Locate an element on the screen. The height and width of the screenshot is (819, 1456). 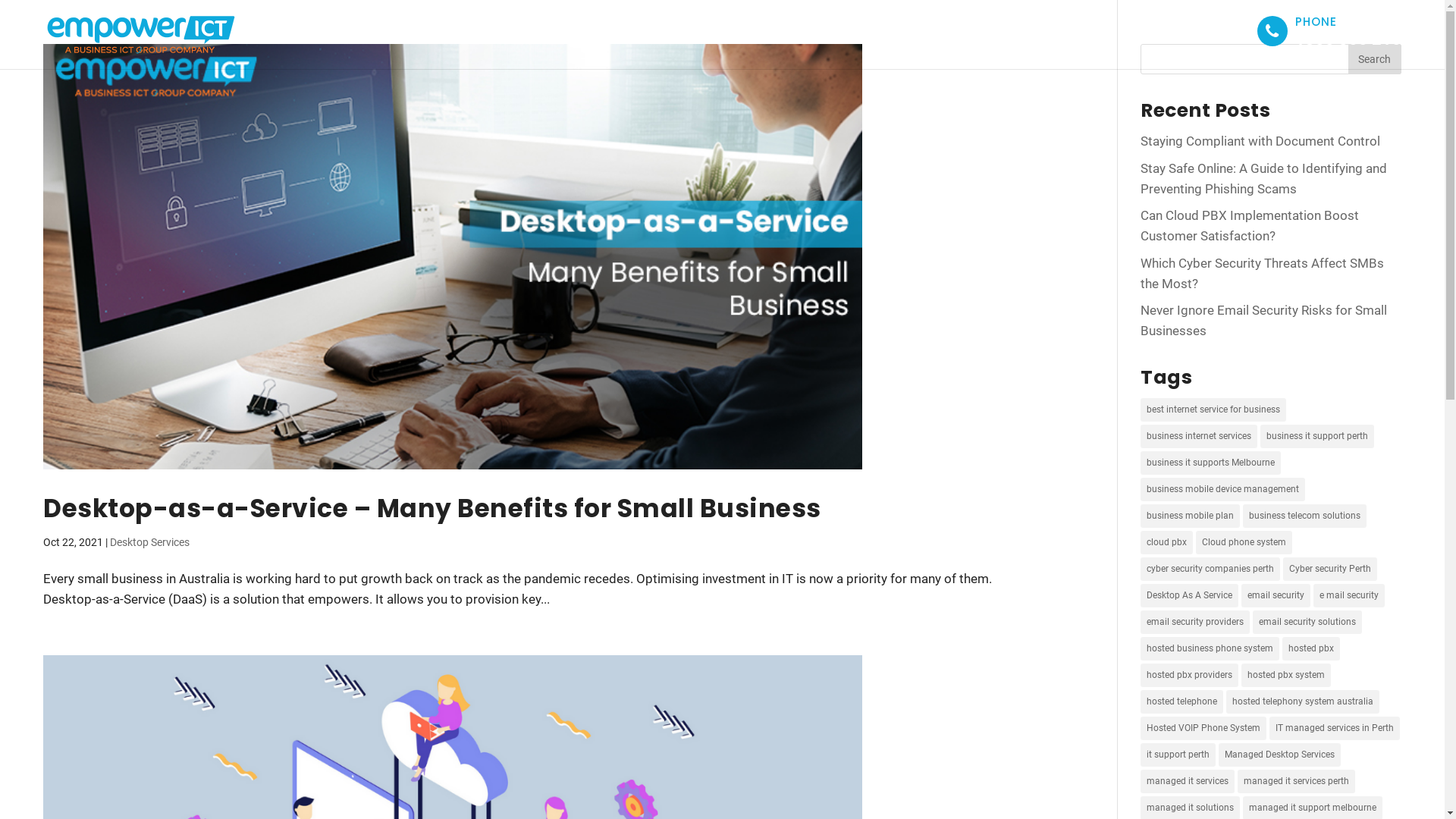
'cloud pbx' is located at coordinates (1140, 541).